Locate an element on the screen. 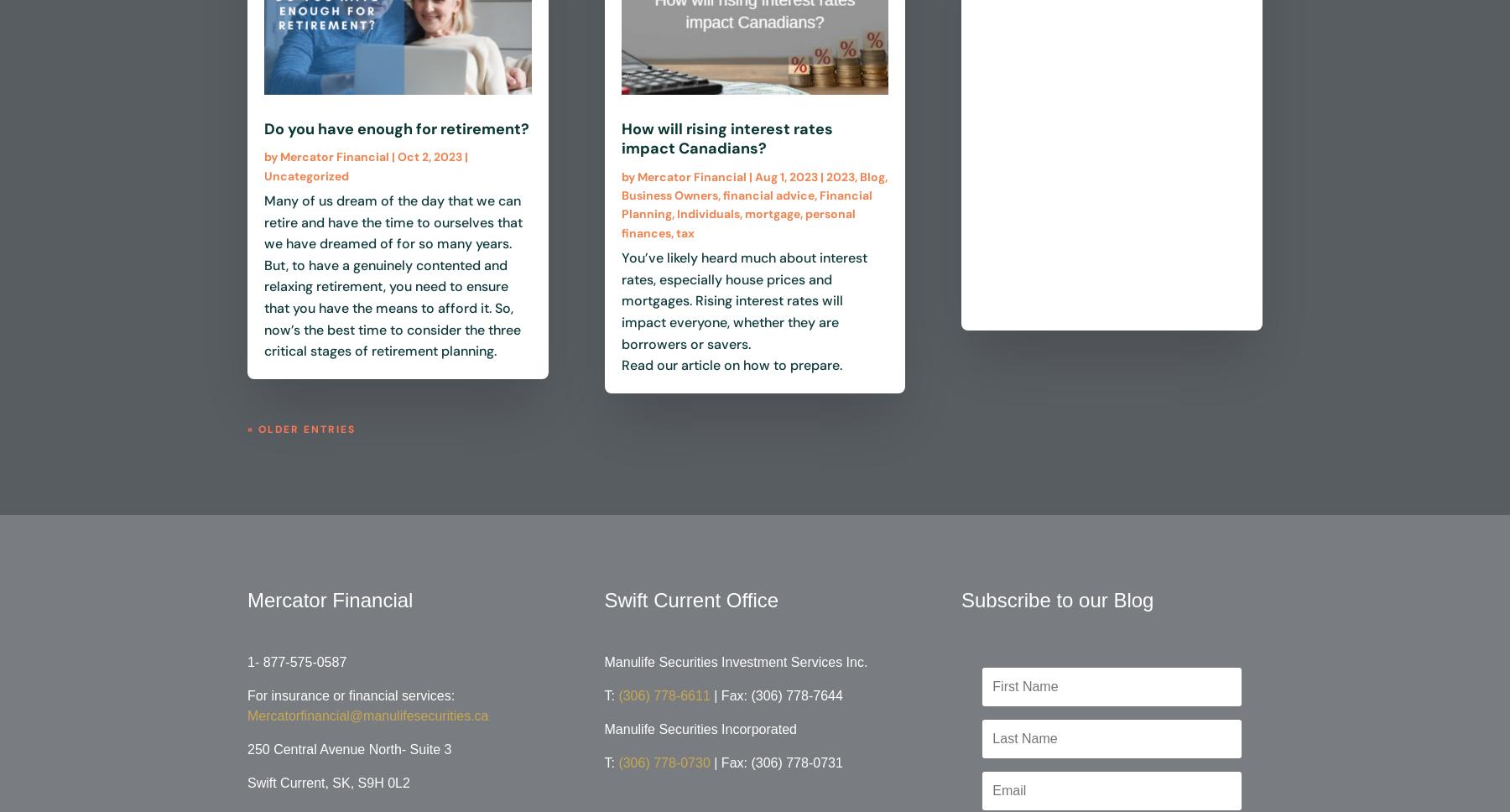 This screenshot has height=812, width=1510. 'Swift Current Office' is located at coordinates (691, 598).